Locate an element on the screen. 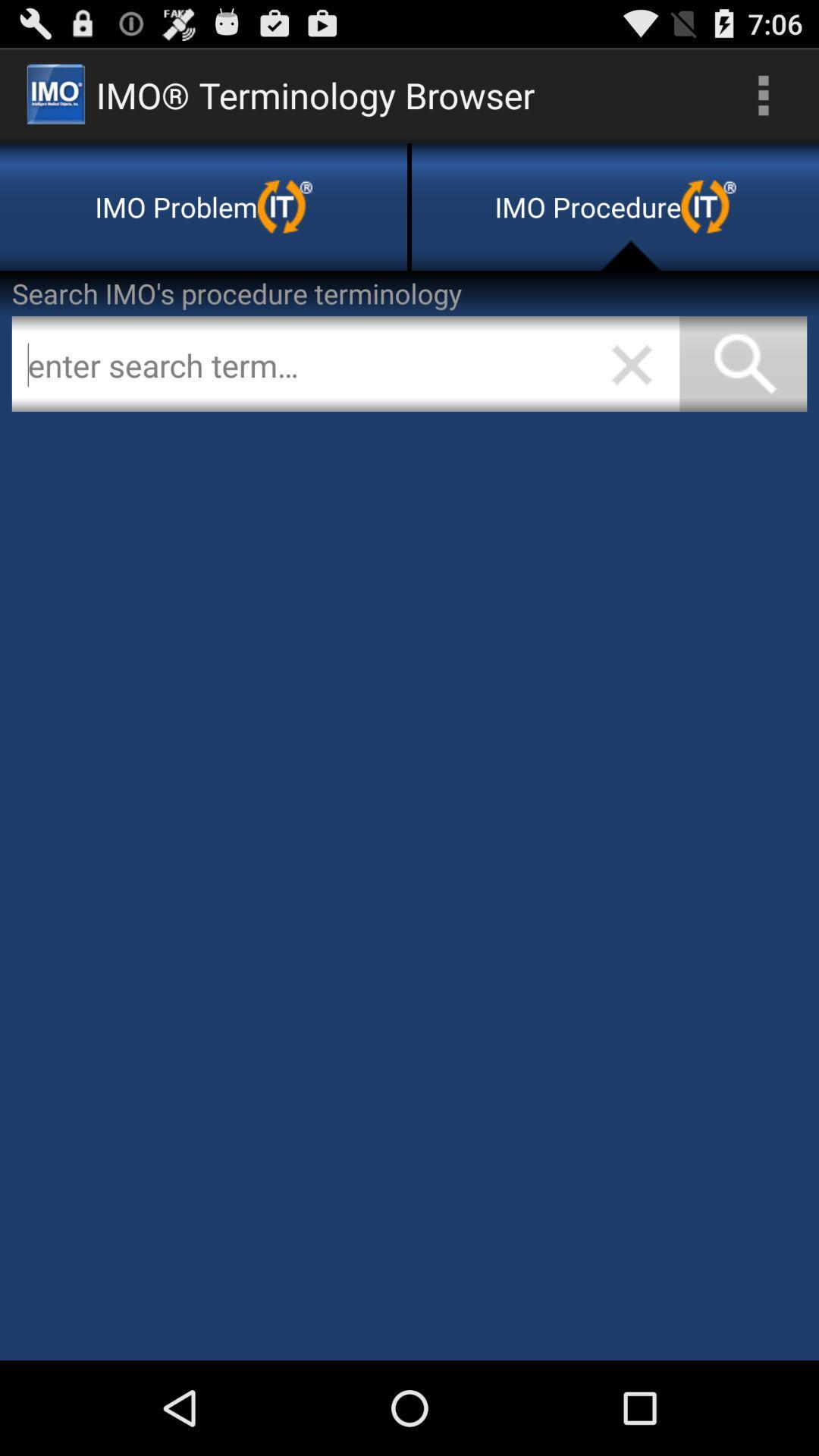  search for a term is located at coordinates (345, 364).